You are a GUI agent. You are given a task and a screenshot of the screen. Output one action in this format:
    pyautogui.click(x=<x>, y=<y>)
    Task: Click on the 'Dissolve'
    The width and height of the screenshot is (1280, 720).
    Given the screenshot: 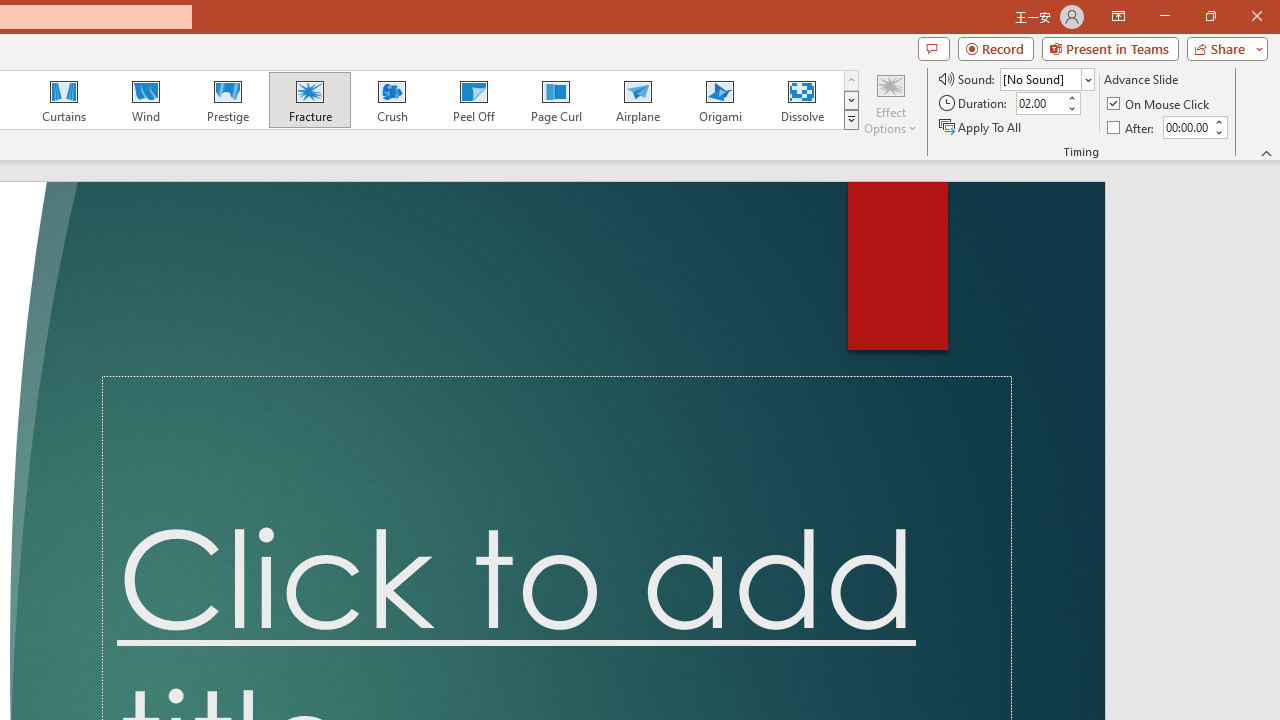 What is the action you would take?
    pyautogui.click(x=802, y=100)
    